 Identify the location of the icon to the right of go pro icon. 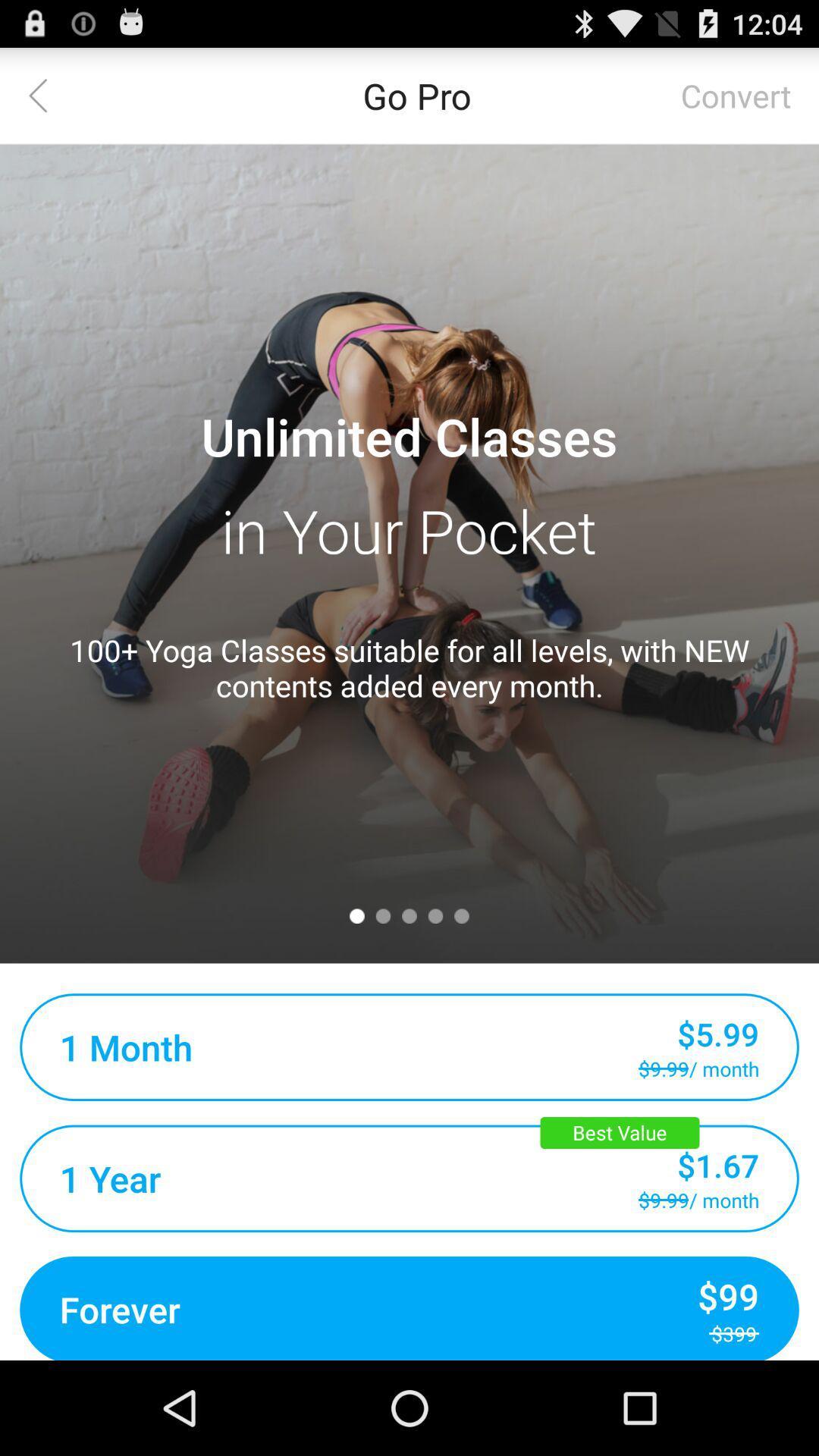
(735, 94).